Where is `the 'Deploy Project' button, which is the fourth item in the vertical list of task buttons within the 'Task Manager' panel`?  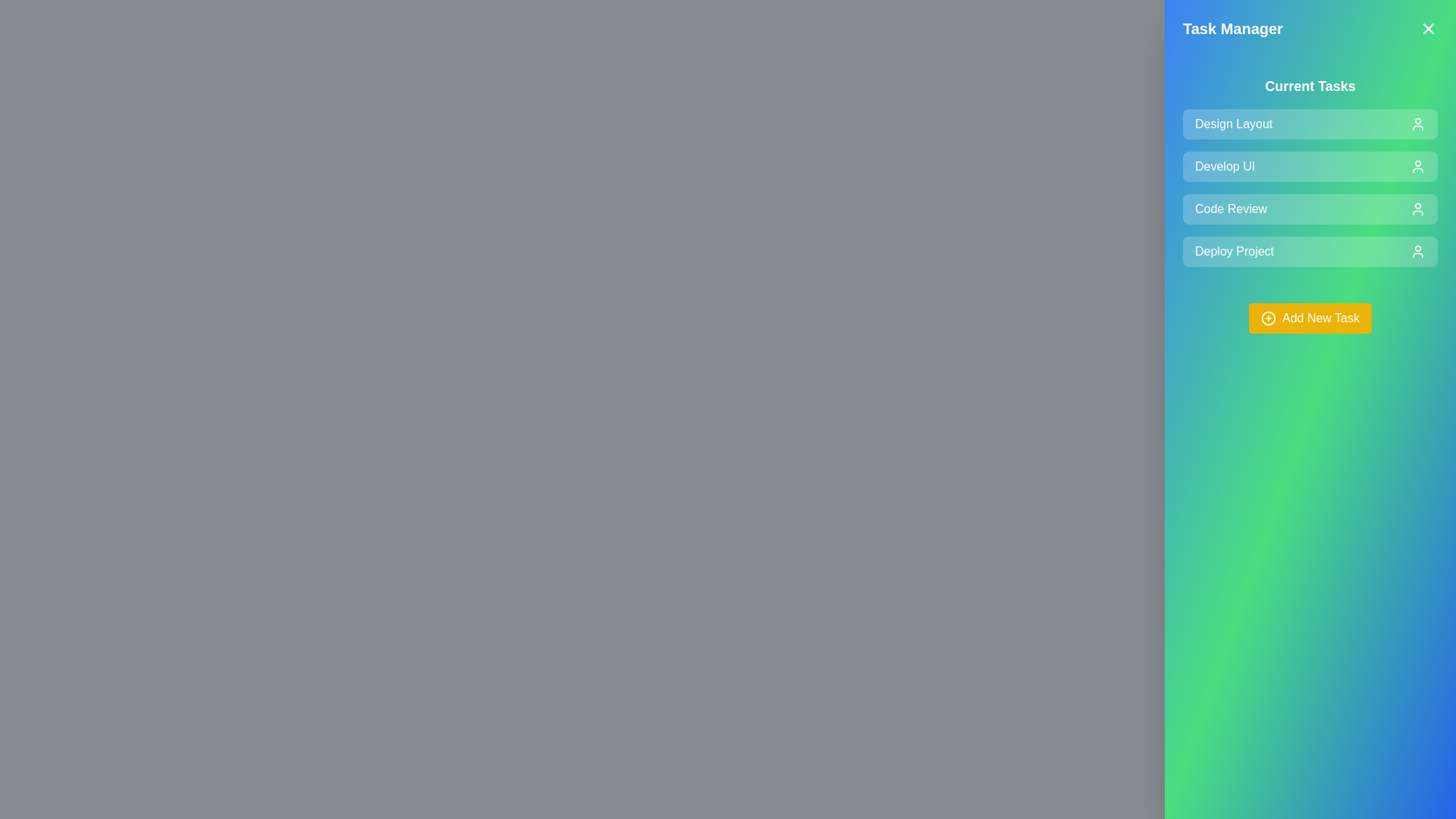 the 'Deploy Project' button, which is the fourth item in the vertical list of task buttons within the 'Task Manager' panel is located at coordinates (1310, 250).